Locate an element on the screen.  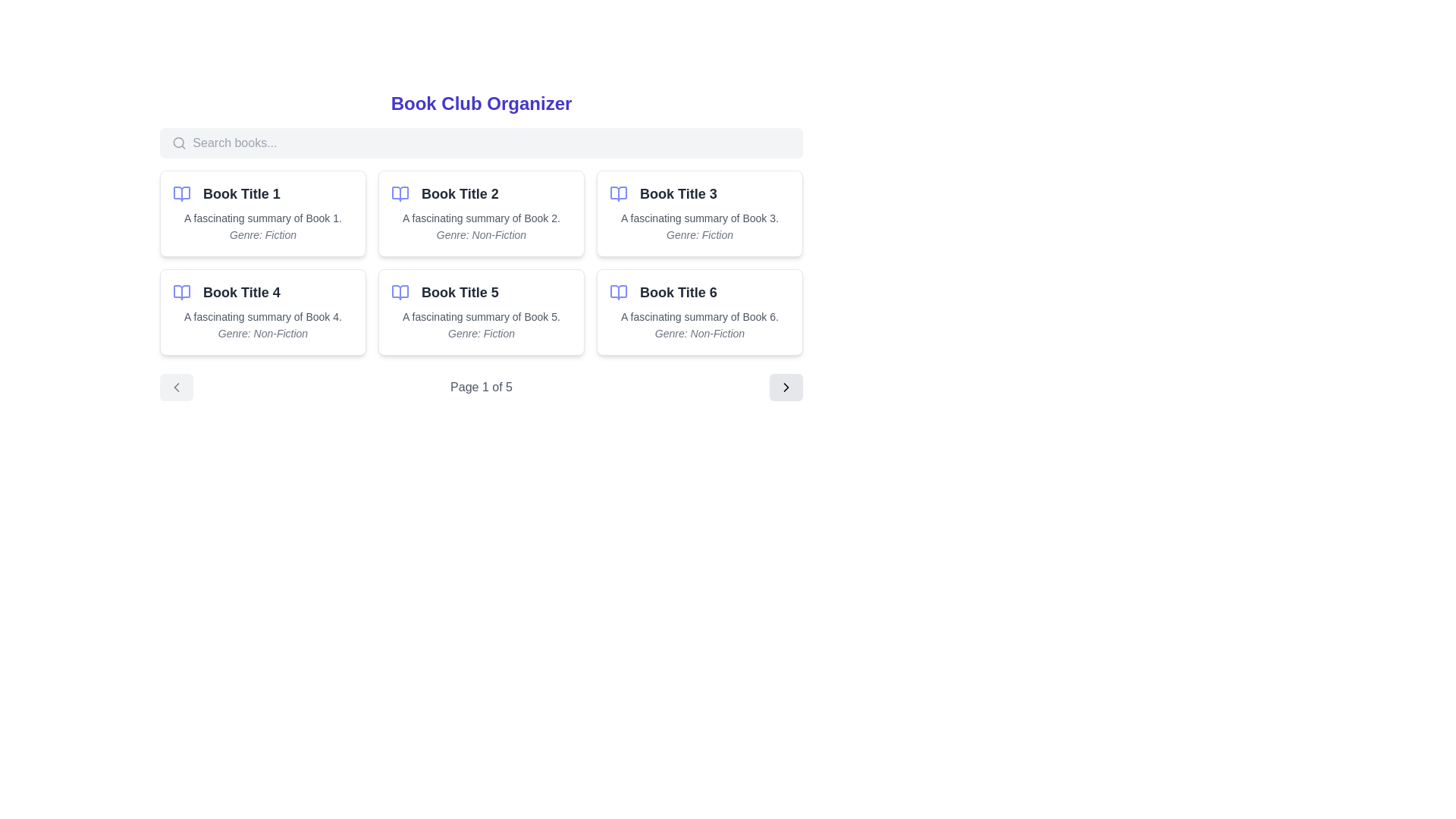
the text content of the label displaying the book title 'Book Title 3', which is located in the second column of the first row in a grid-like structure is located at coordinates (677, 193).